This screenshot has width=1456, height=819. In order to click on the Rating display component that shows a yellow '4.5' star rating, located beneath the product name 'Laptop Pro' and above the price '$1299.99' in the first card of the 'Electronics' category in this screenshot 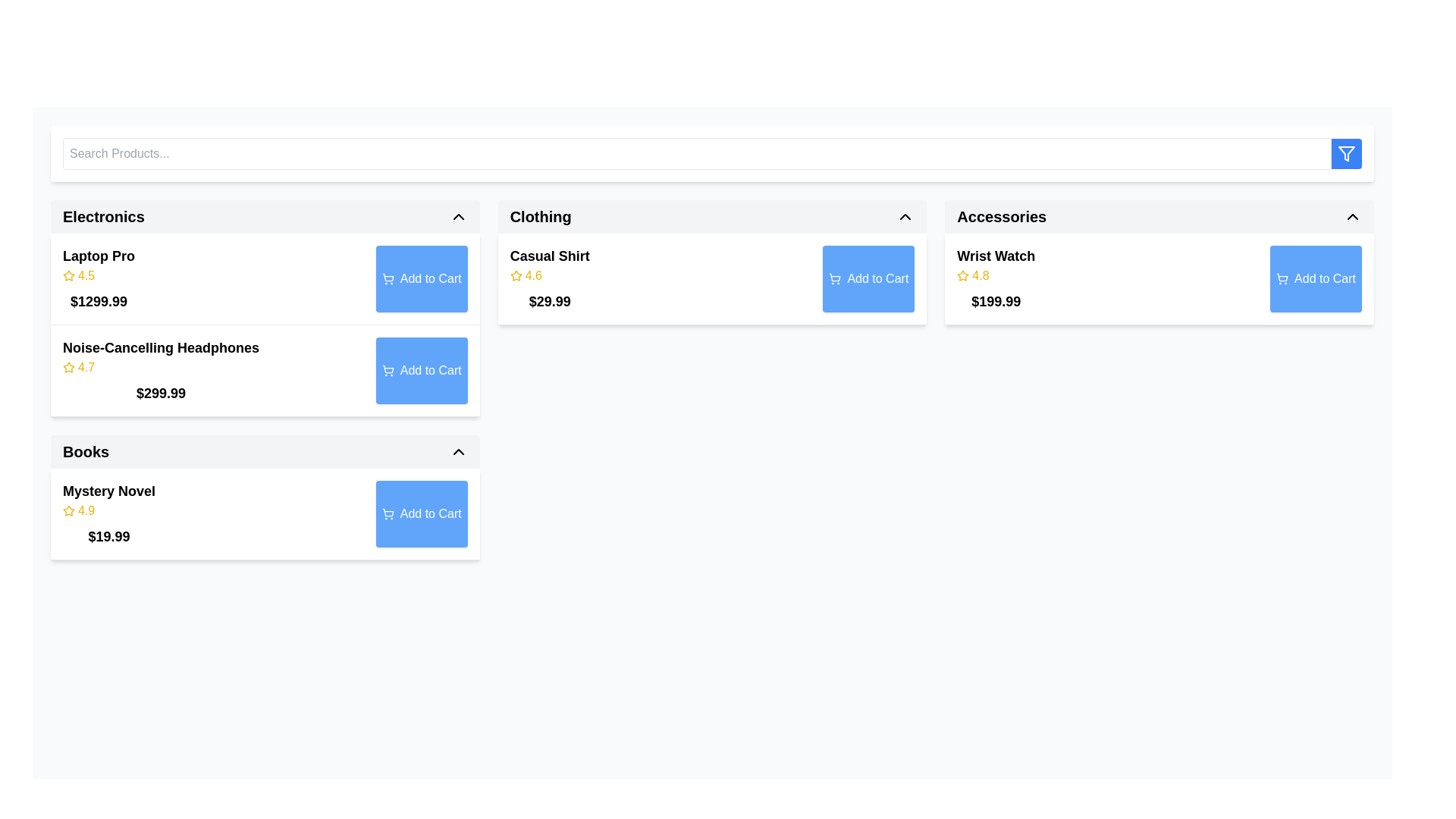, I will do `click(98, 275)`.